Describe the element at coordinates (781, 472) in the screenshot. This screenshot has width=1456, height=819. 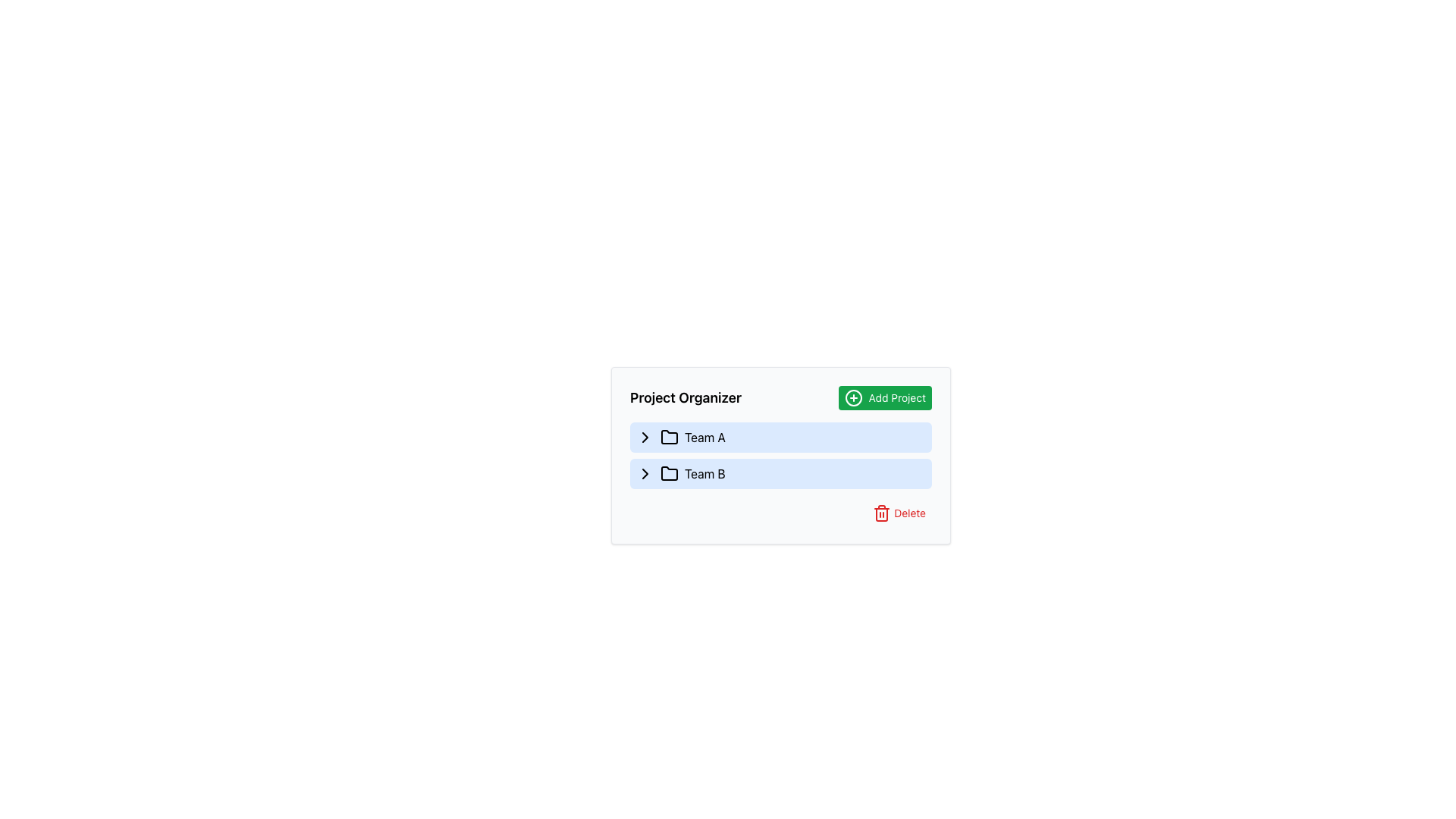
I see `the 'Team B' entry in the project organization interface` at that location.